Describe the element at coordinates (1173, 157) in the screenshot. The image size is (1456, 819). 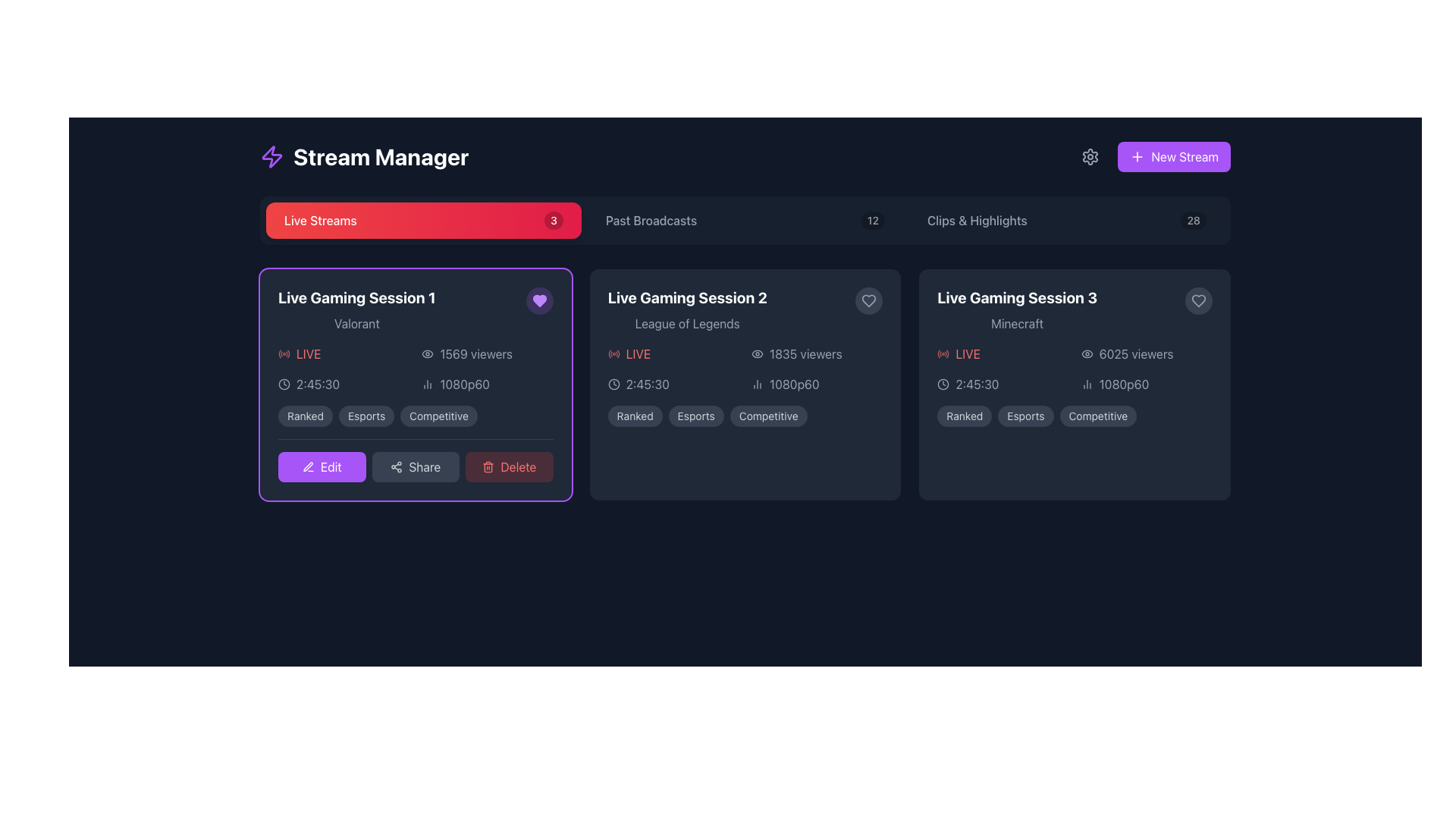
I see `the button located in the top-right corner of the interface that initiates the process of creating a new stream, which will provide visual feedback indicating interactivity` at that location.